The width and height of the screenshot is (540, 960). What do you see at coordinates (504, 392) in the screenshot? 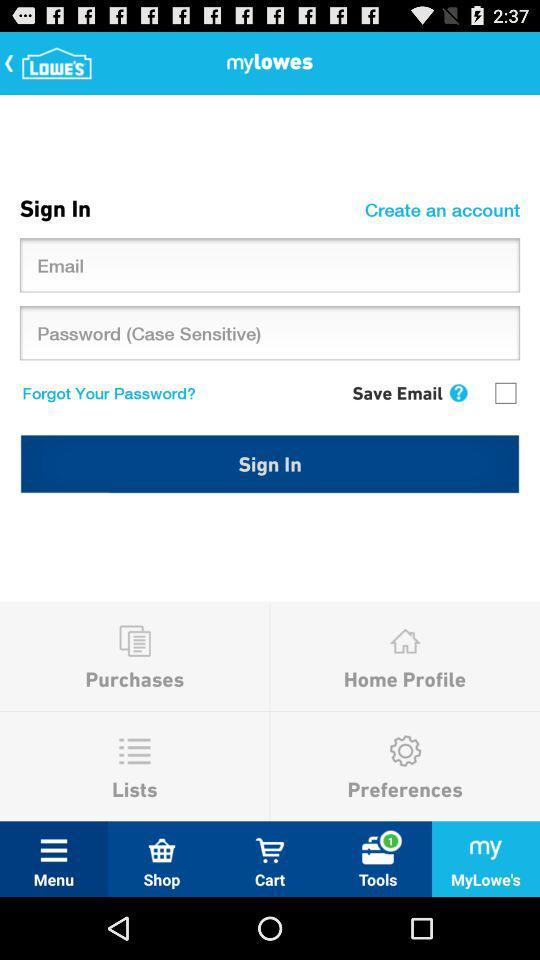
I see `the icon above sign in` at bounding box center [504, 392].